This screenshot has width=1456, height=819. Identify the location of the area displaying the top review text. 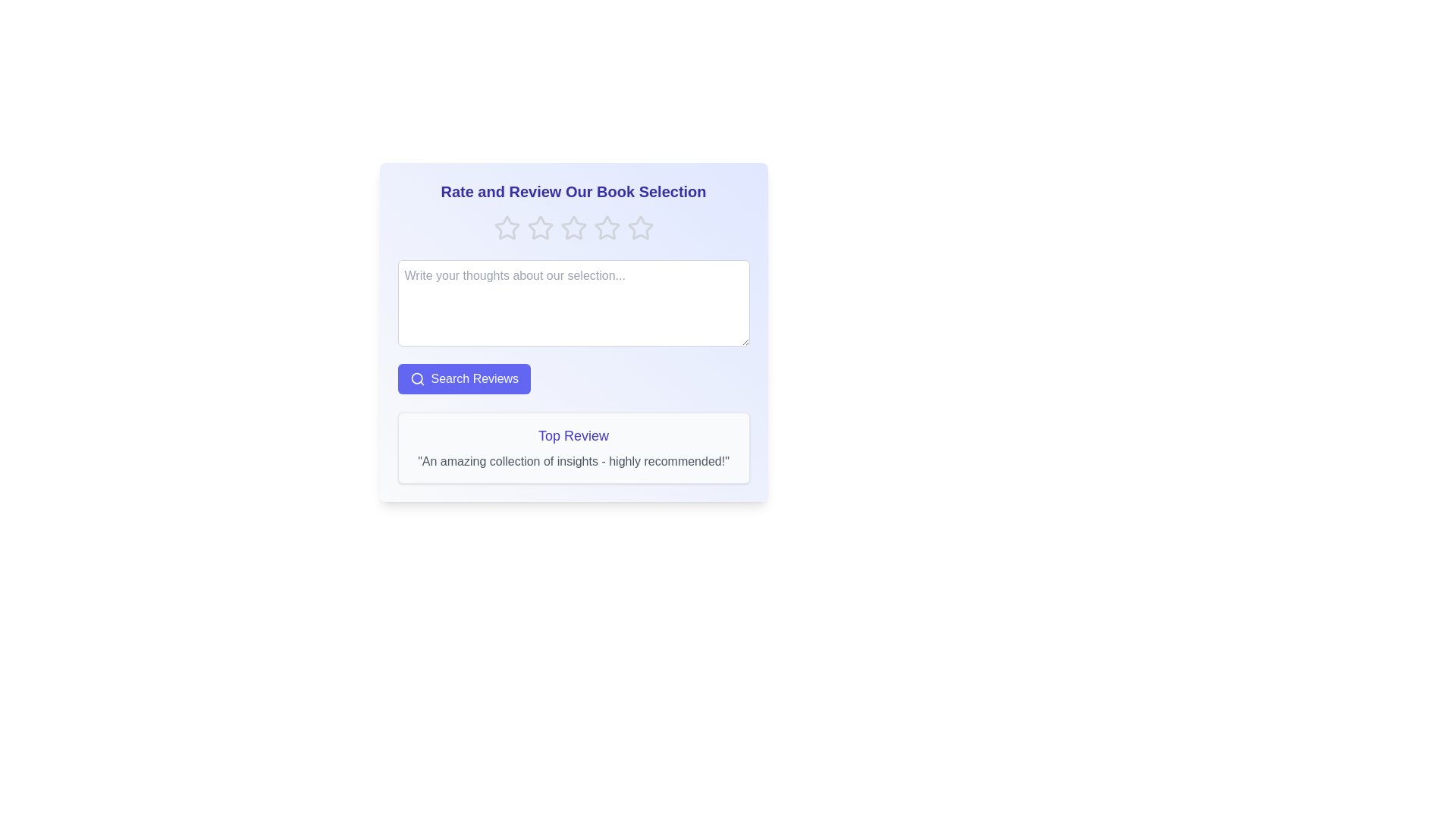
(573, 447).